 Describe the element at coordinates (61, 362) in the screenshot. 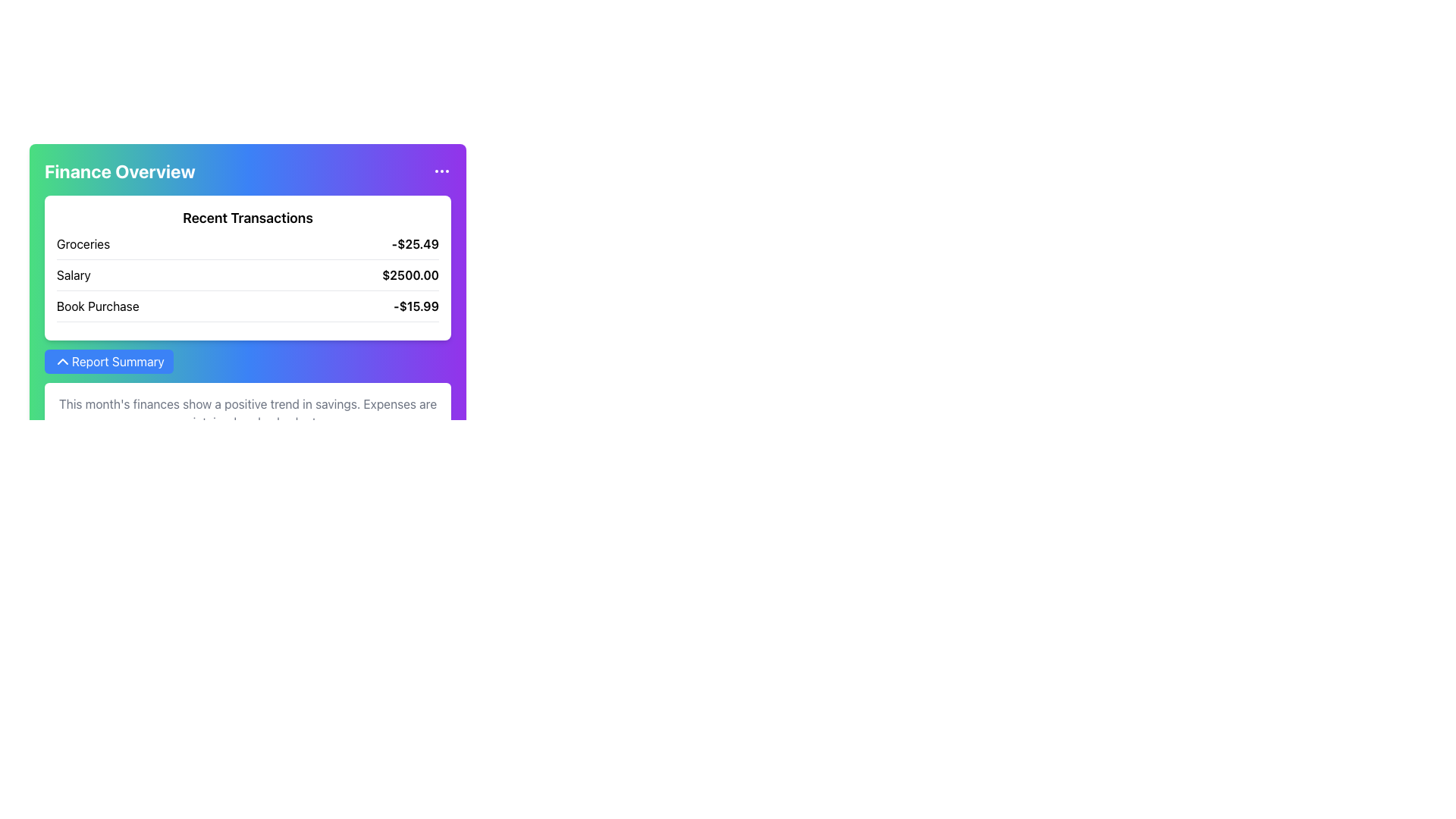

I see `the upward-pointing chevron SVG icon located to the left of the 'Report Summary' button to observe contextual feedback` at that location.